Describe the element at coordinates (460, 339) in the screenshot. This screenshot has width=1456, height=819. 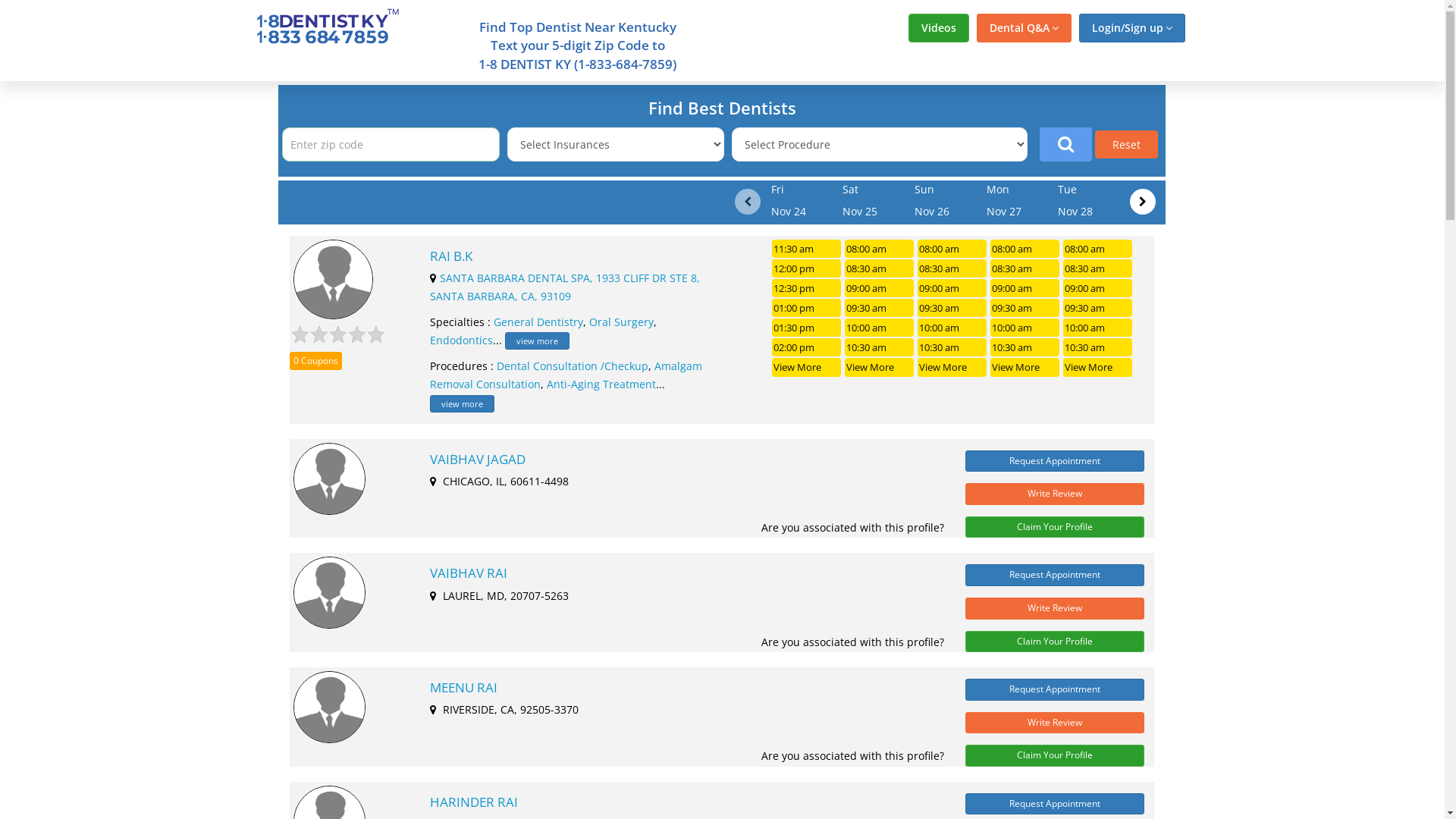
I see `'Endodontics'` at that location.